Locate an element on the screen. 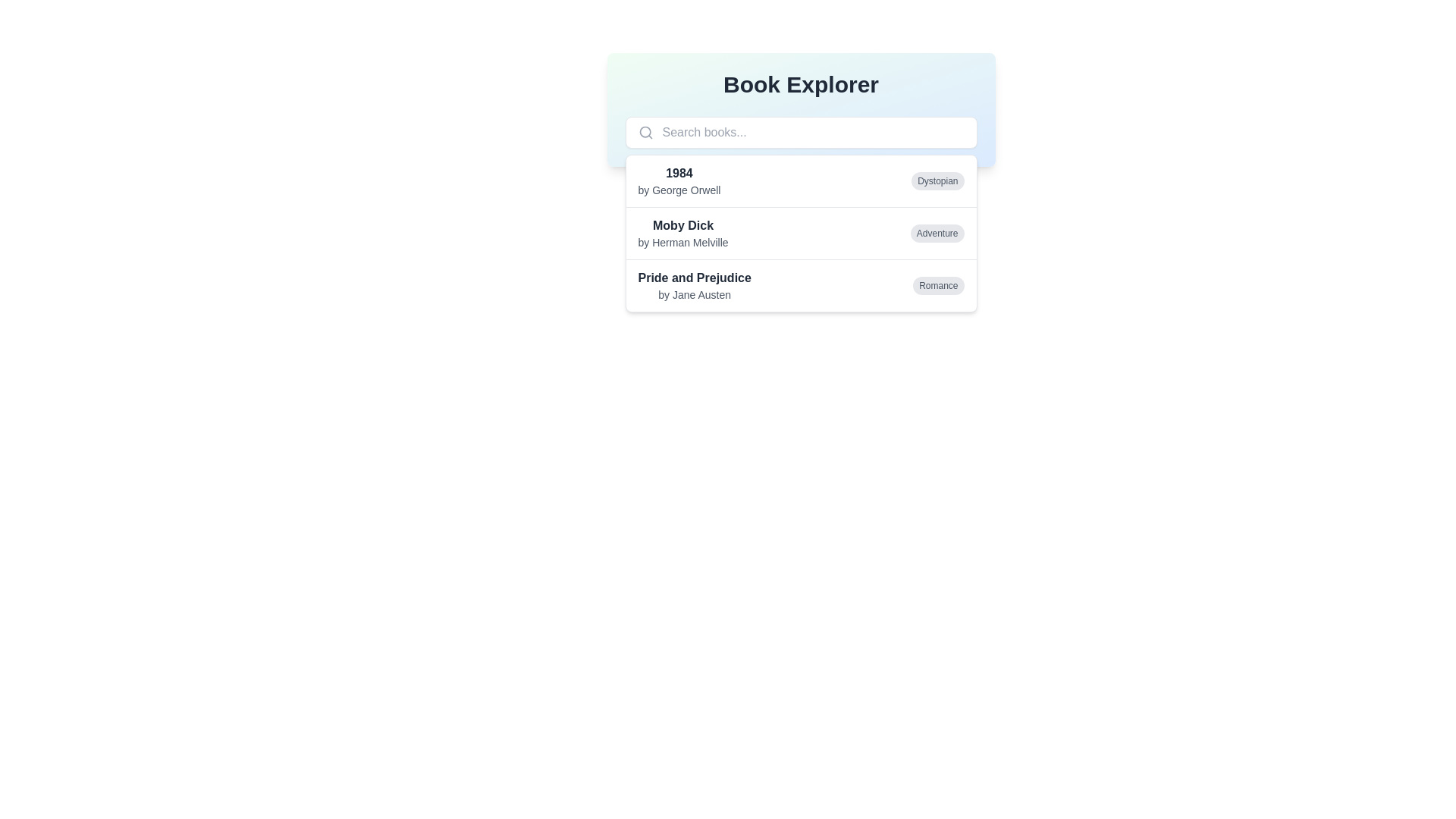 The height and width of the screenshot is (819, 1456). the static text label displaying 'by Jane Austen' which is located directly beneath the title 'Pride and Prejudice' in the list of books is located at coordinates (694, 295).